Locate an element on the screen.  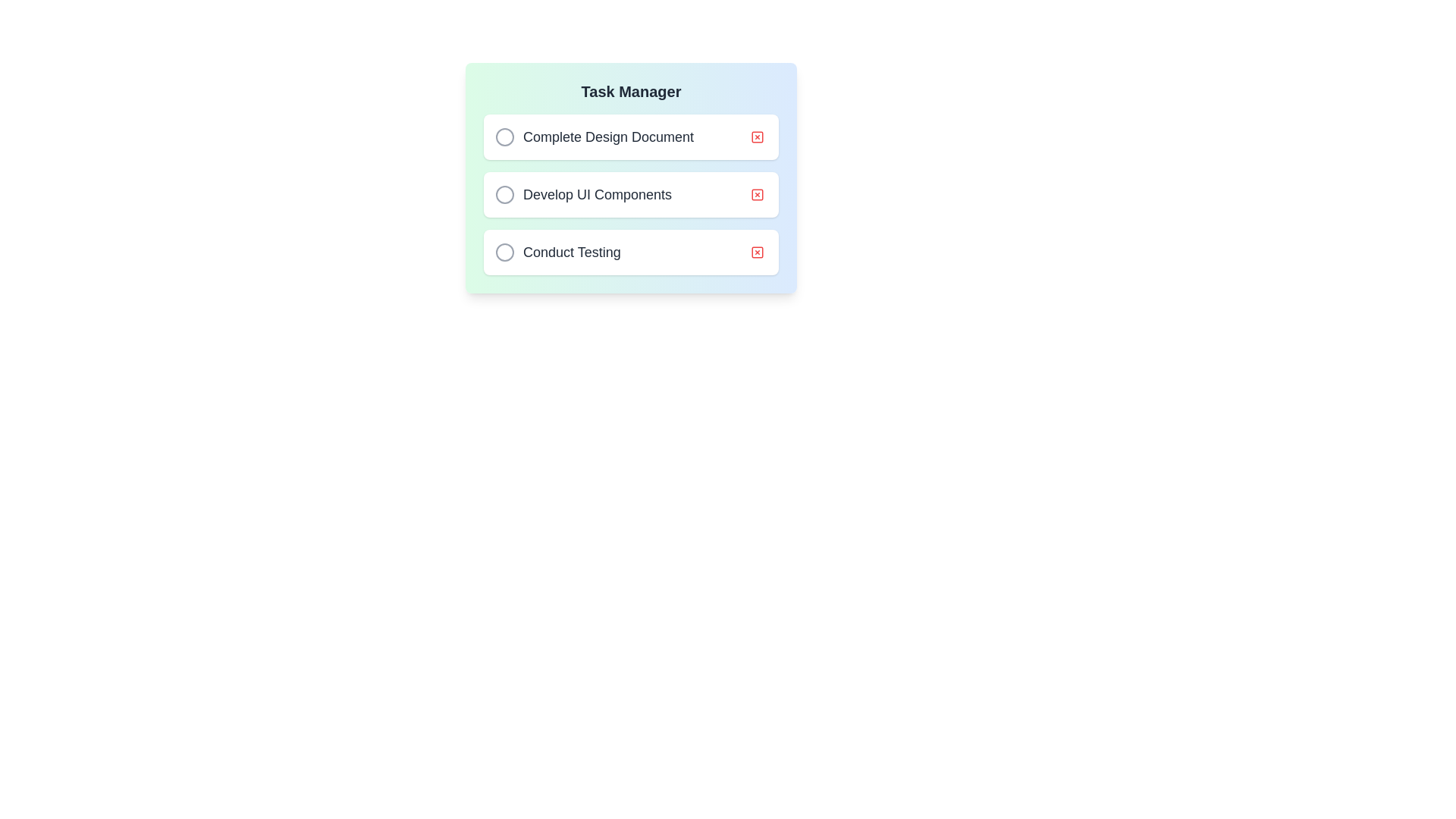
the red 'X' button is located at coordinates (757, 194).